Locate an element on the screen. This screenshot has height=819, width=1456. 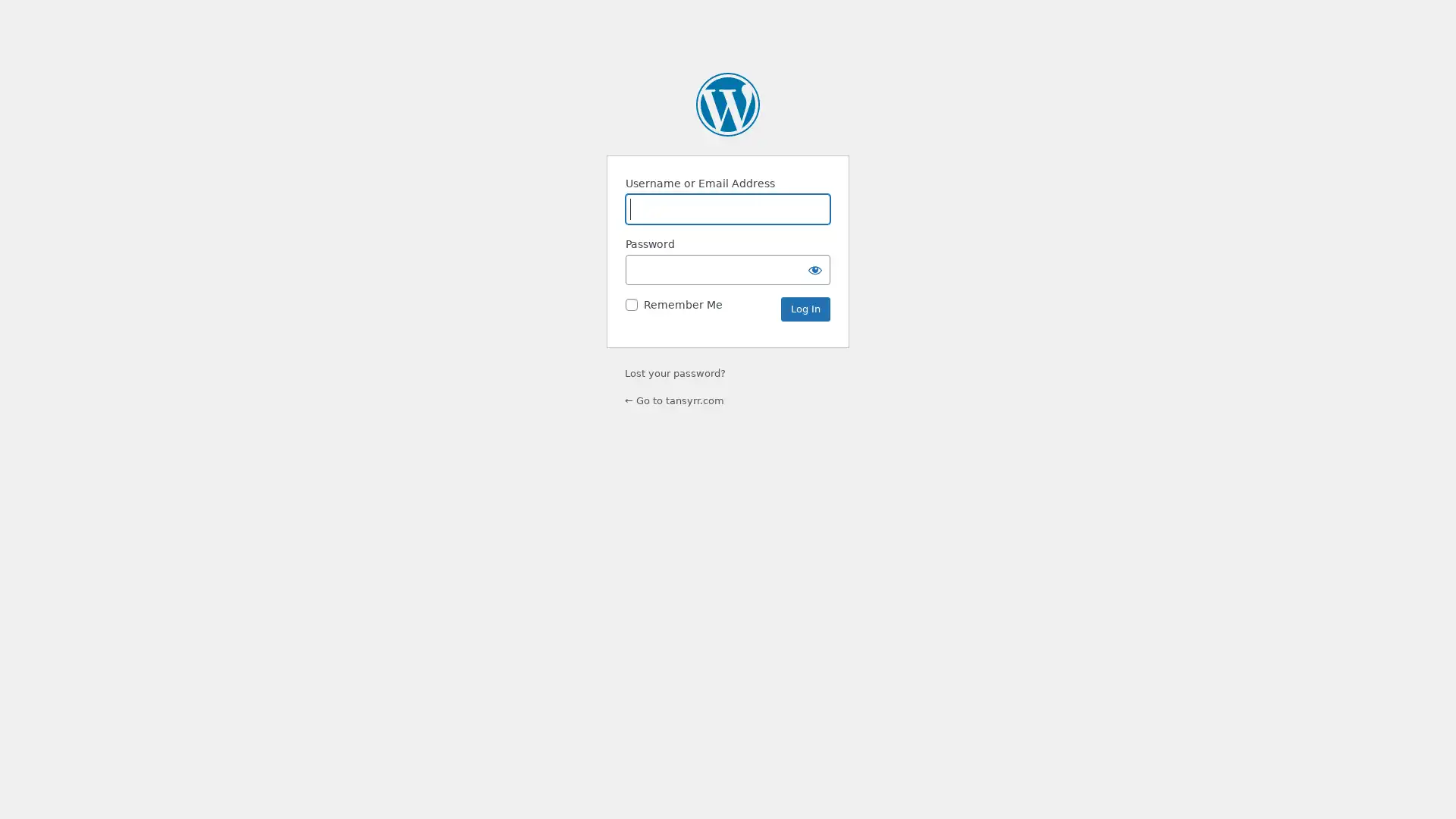
Show password is located at coordinates (814, 268).